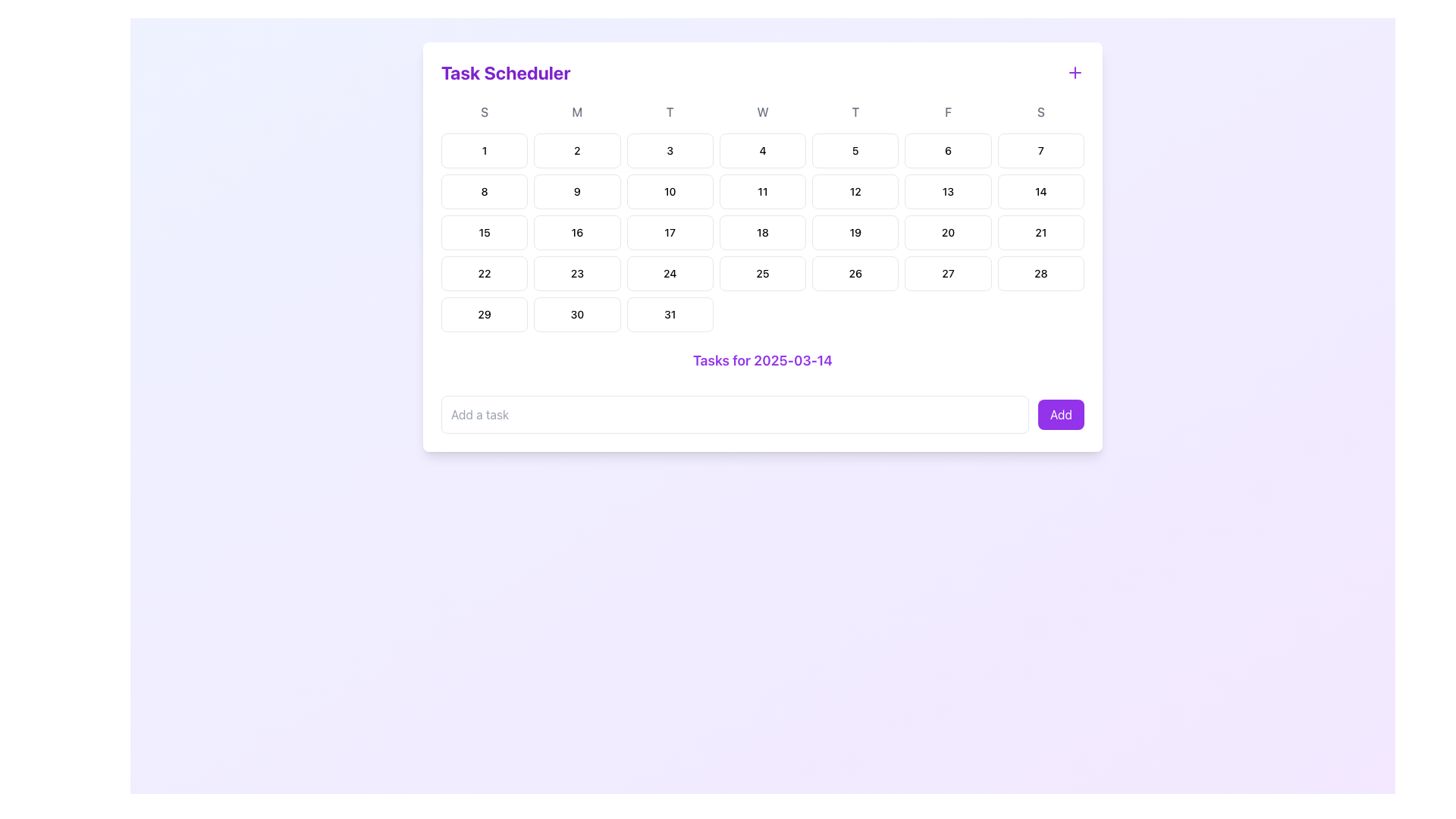 The height and width of the screenshot is (819, 1456). I want to click on the button representing the 29th day in the calendar month, located in the last row and first cell under the S column header, so click(484, 314).